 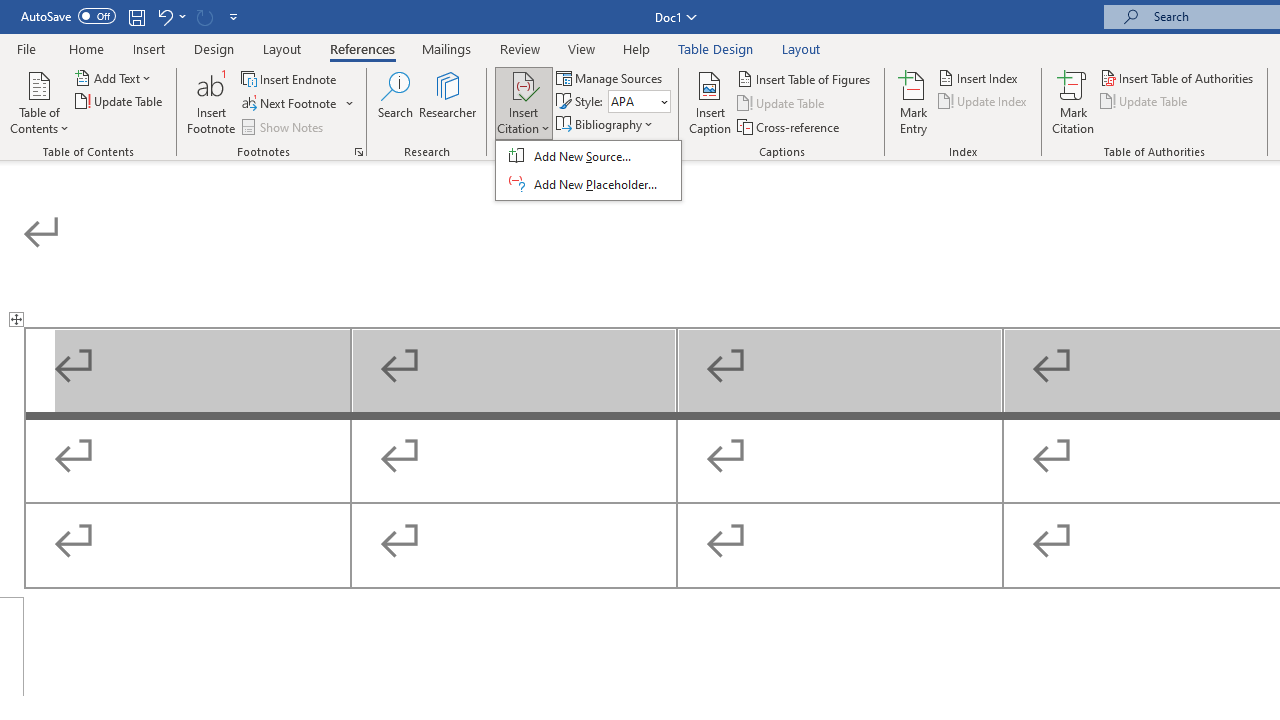 I want to click on 'Mark Citation...', so click(x=1072, y=103).